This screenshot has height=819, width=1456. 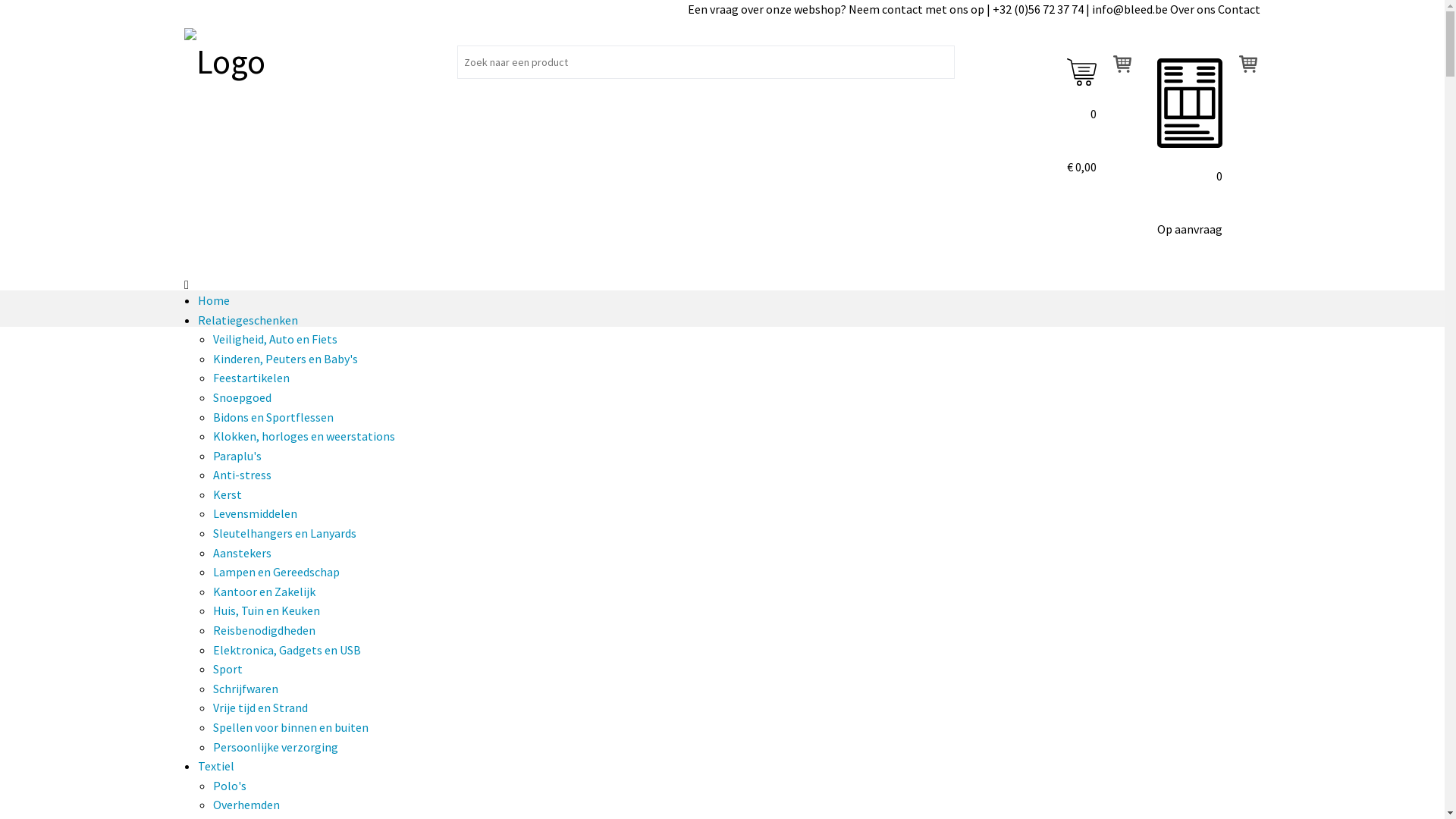 I want to click on 'Feestartikelen', so click(x=251, y=376).